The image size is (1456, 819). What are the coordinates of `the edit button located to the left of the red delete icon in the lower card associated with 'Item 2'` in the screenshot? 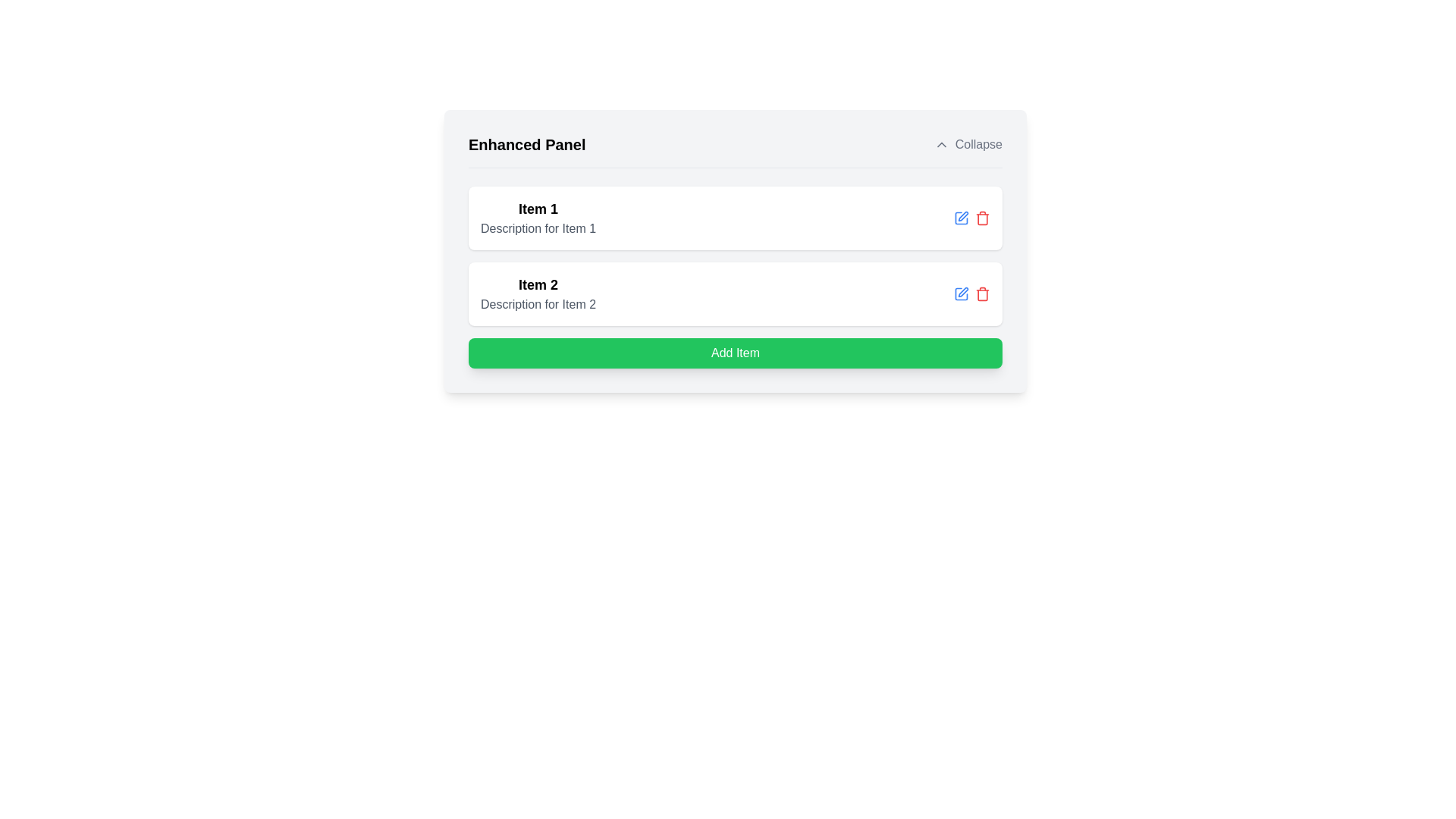 It's located at (960, 294).